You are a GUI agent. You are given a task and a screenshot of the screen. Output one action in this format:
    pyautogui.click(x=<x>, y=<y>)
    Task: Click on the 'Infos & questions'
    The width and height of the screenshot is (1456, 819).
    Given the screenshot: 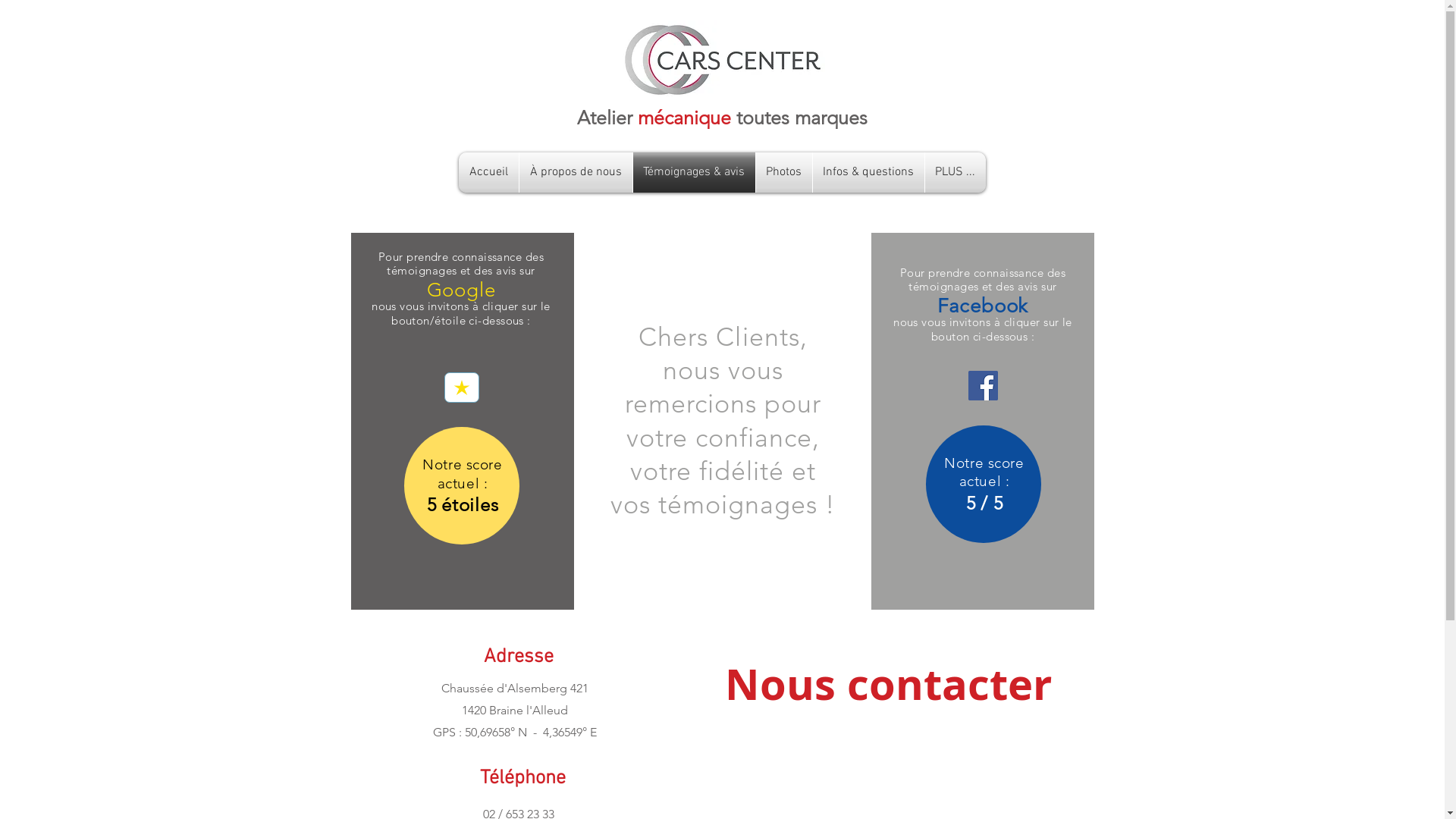 What is the action you would take?
    pyautogui.click(x=868, y=171)
    